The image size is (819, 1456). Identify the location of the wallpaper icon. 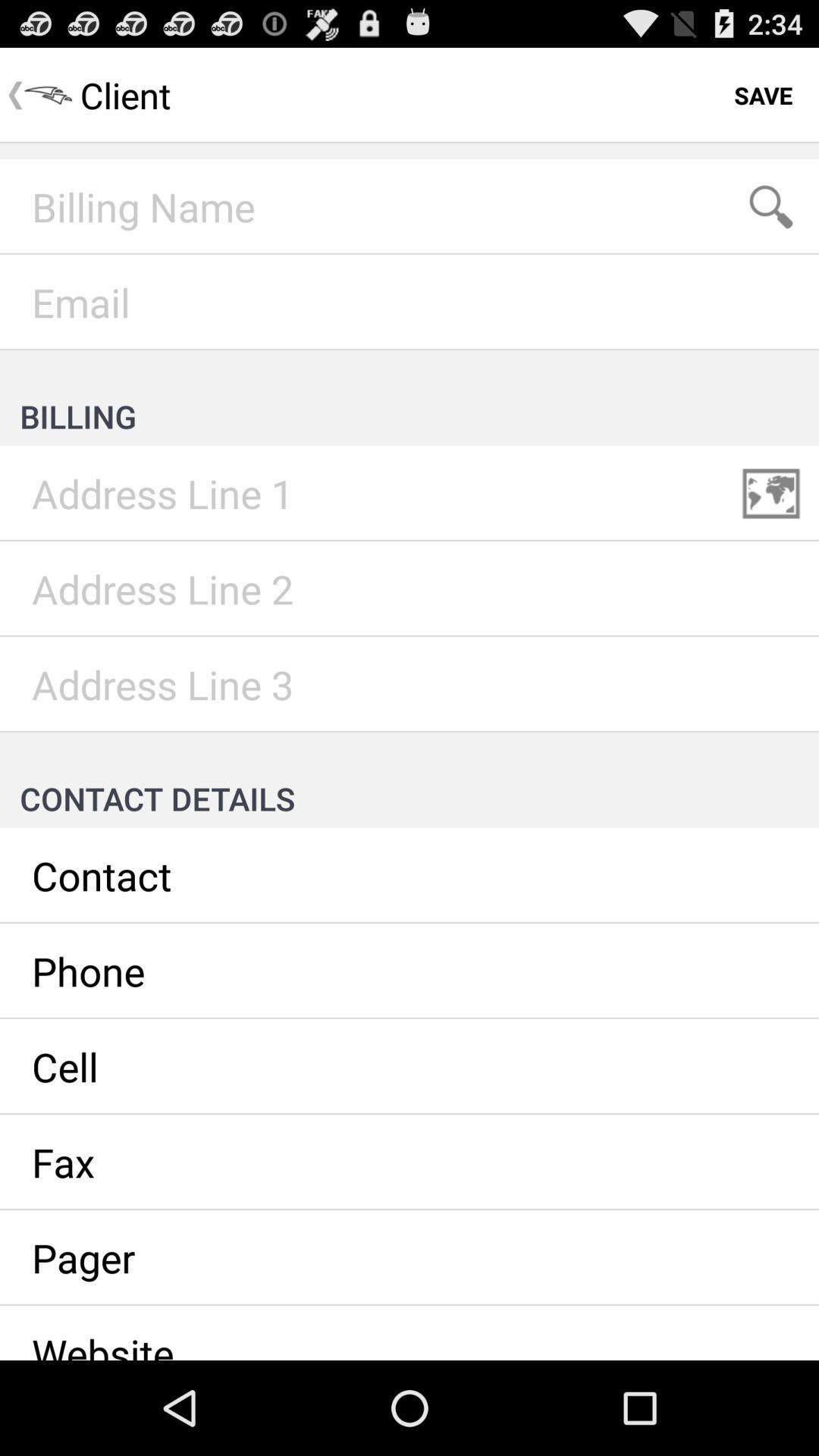
(771, 528).